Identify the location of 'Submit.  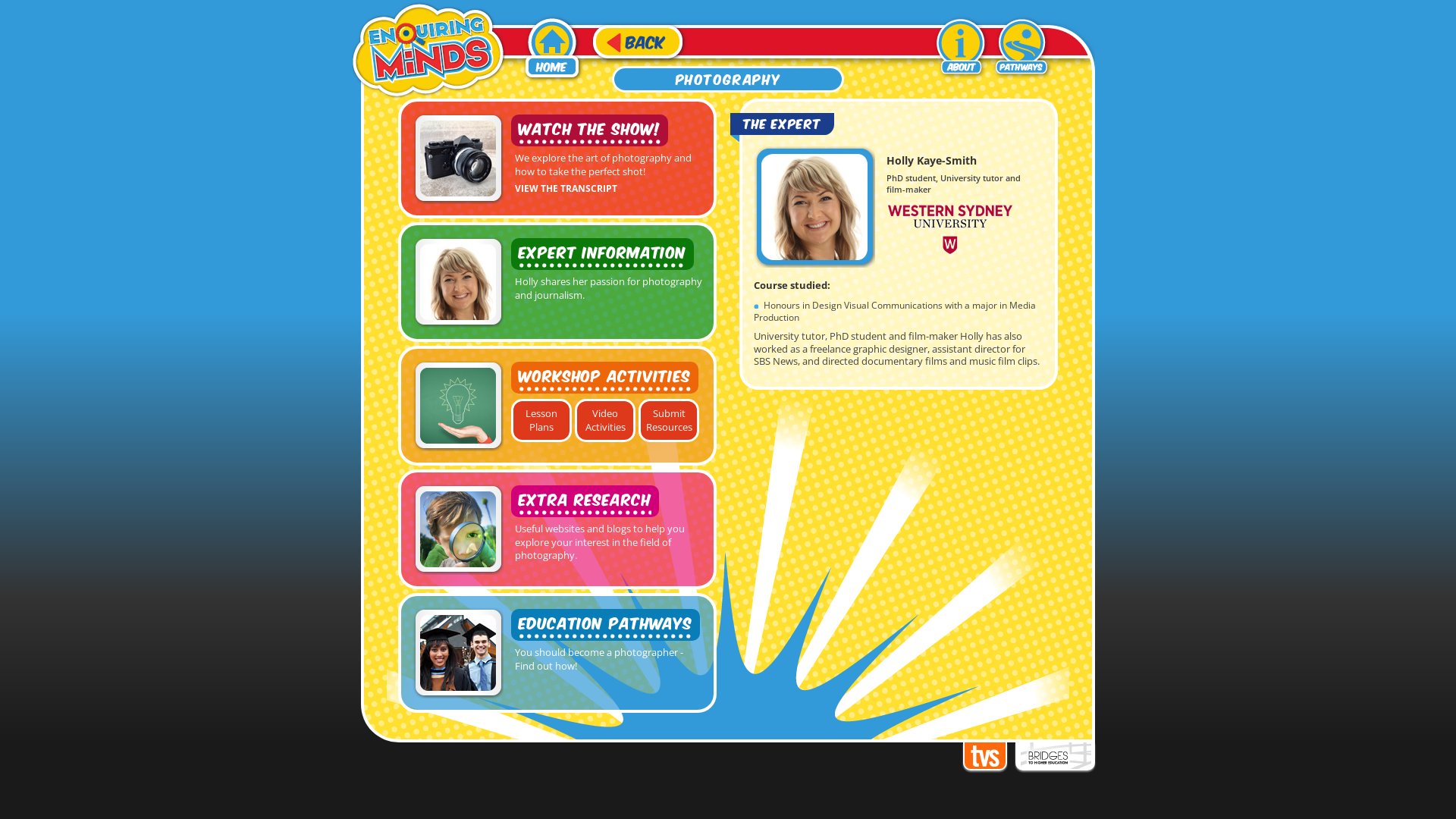
(668, 420).